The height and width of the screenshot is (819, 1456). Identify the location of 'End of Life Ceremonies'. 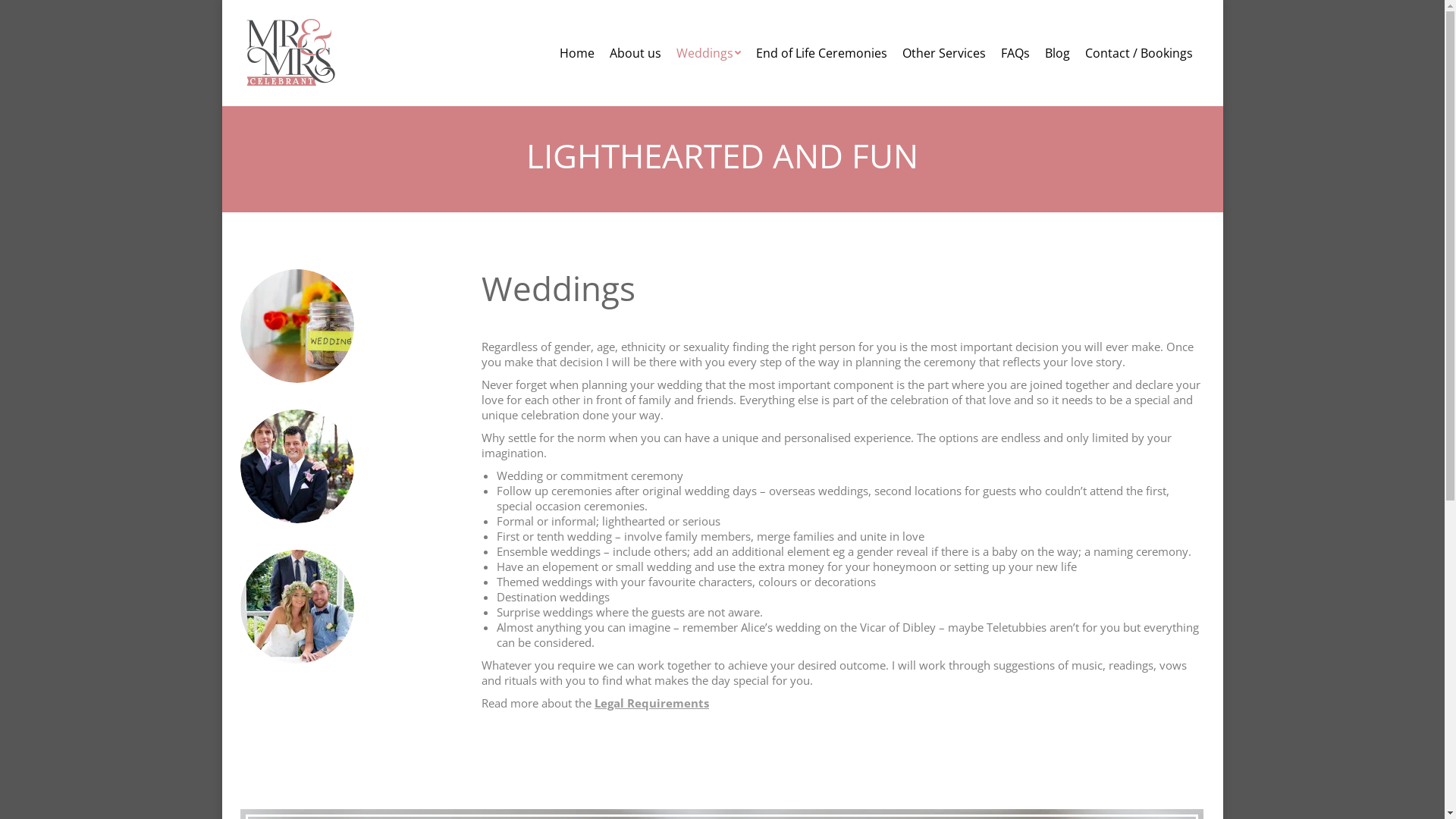
(820, 52).